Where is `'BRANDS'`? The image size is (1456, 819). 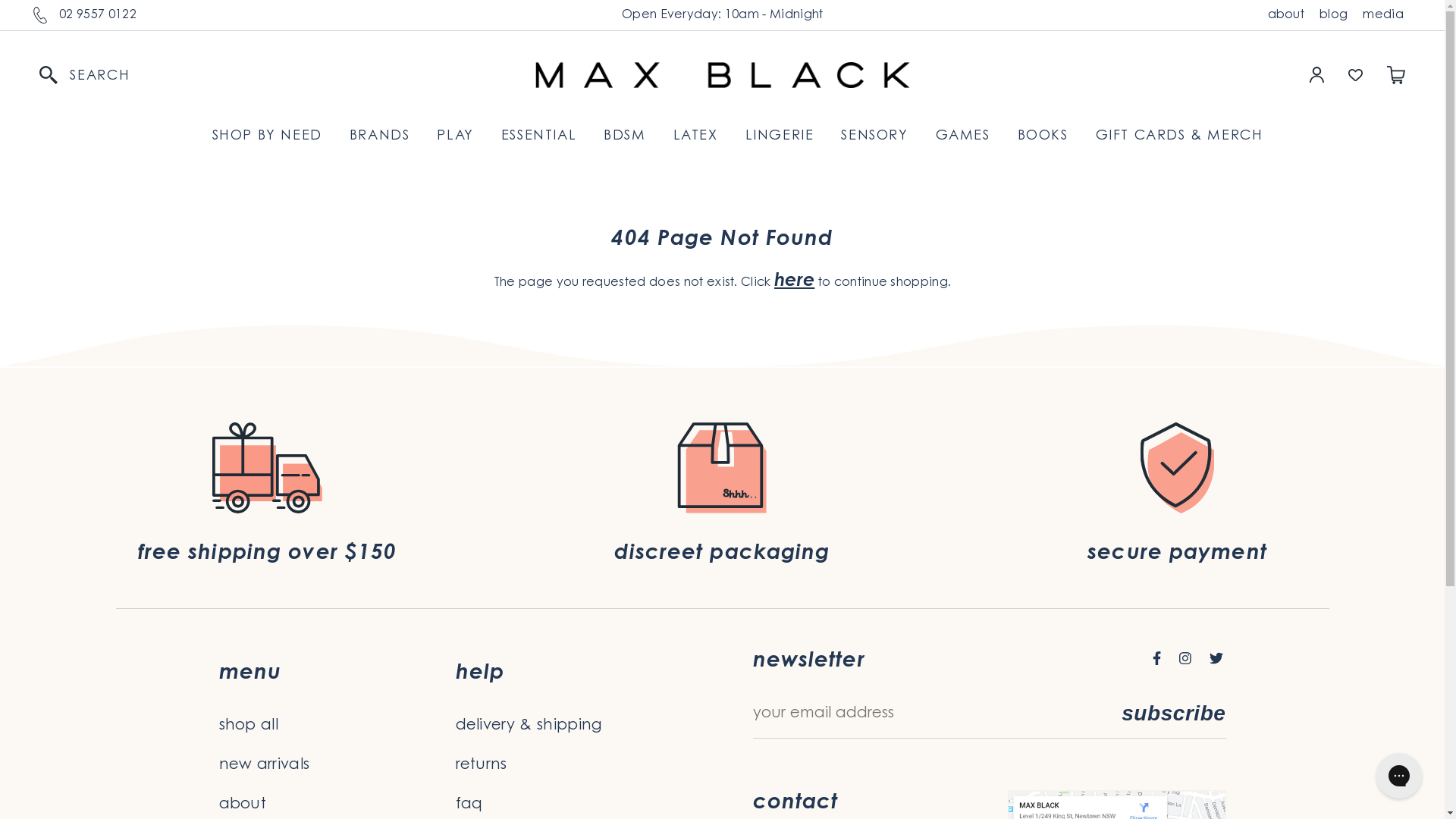
'BRANDS' is located at coordinates (379, 136).